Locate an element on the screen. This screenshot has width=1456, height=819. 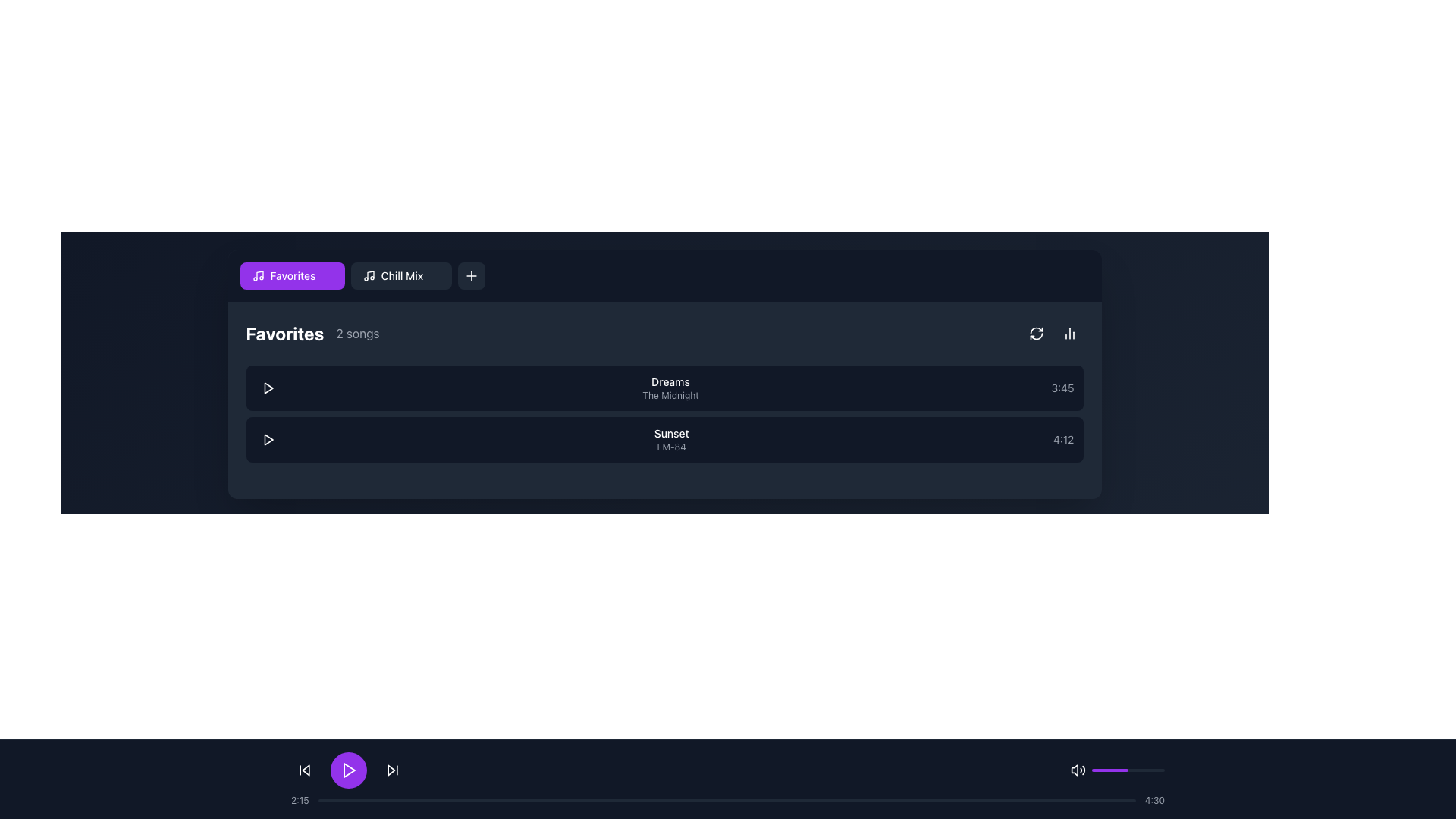
the speaker icon with sound waves is located at coordinates (1077, 770).